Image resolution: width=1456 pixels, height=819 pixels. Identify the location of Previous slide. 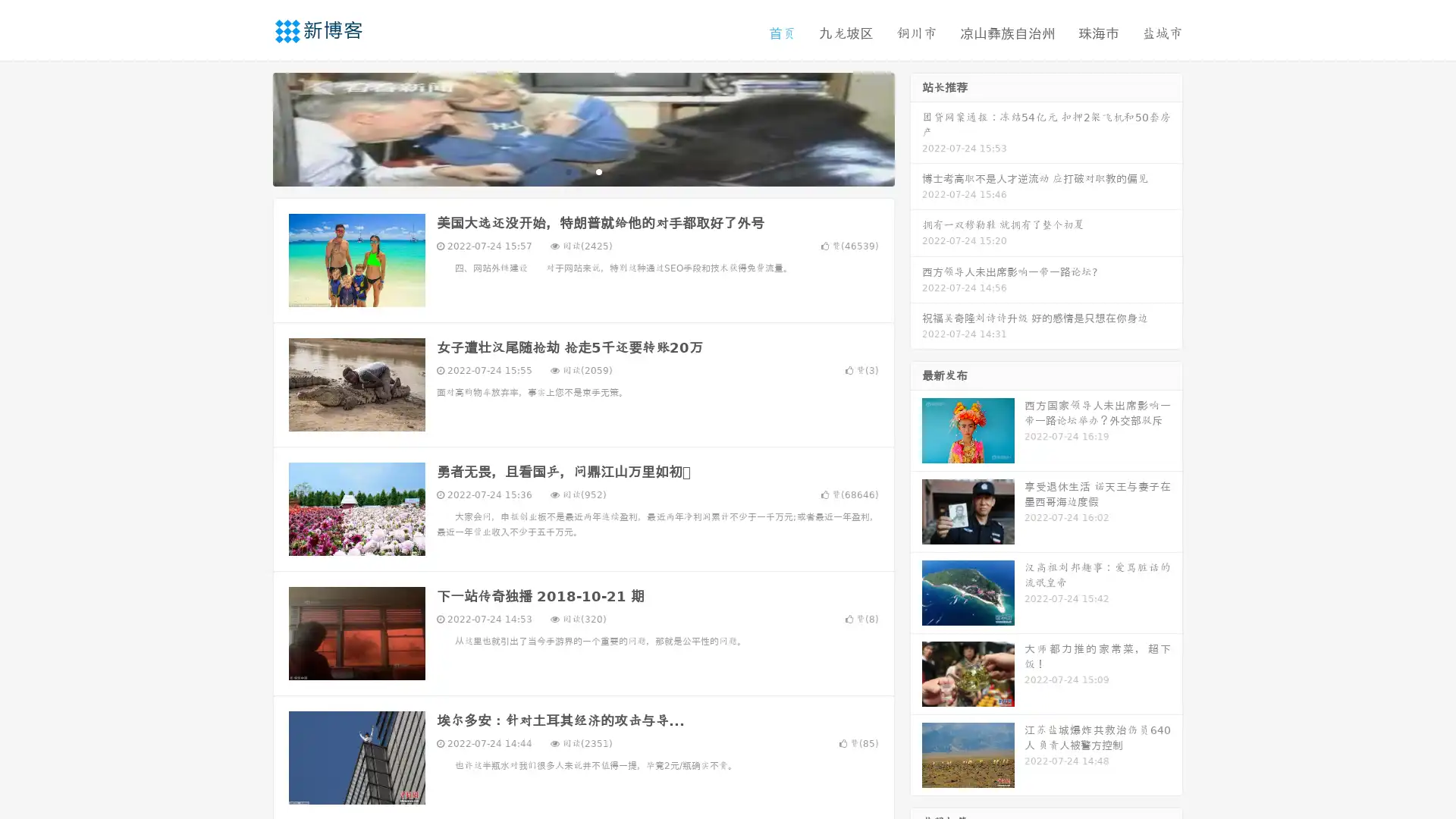
(250, 127).